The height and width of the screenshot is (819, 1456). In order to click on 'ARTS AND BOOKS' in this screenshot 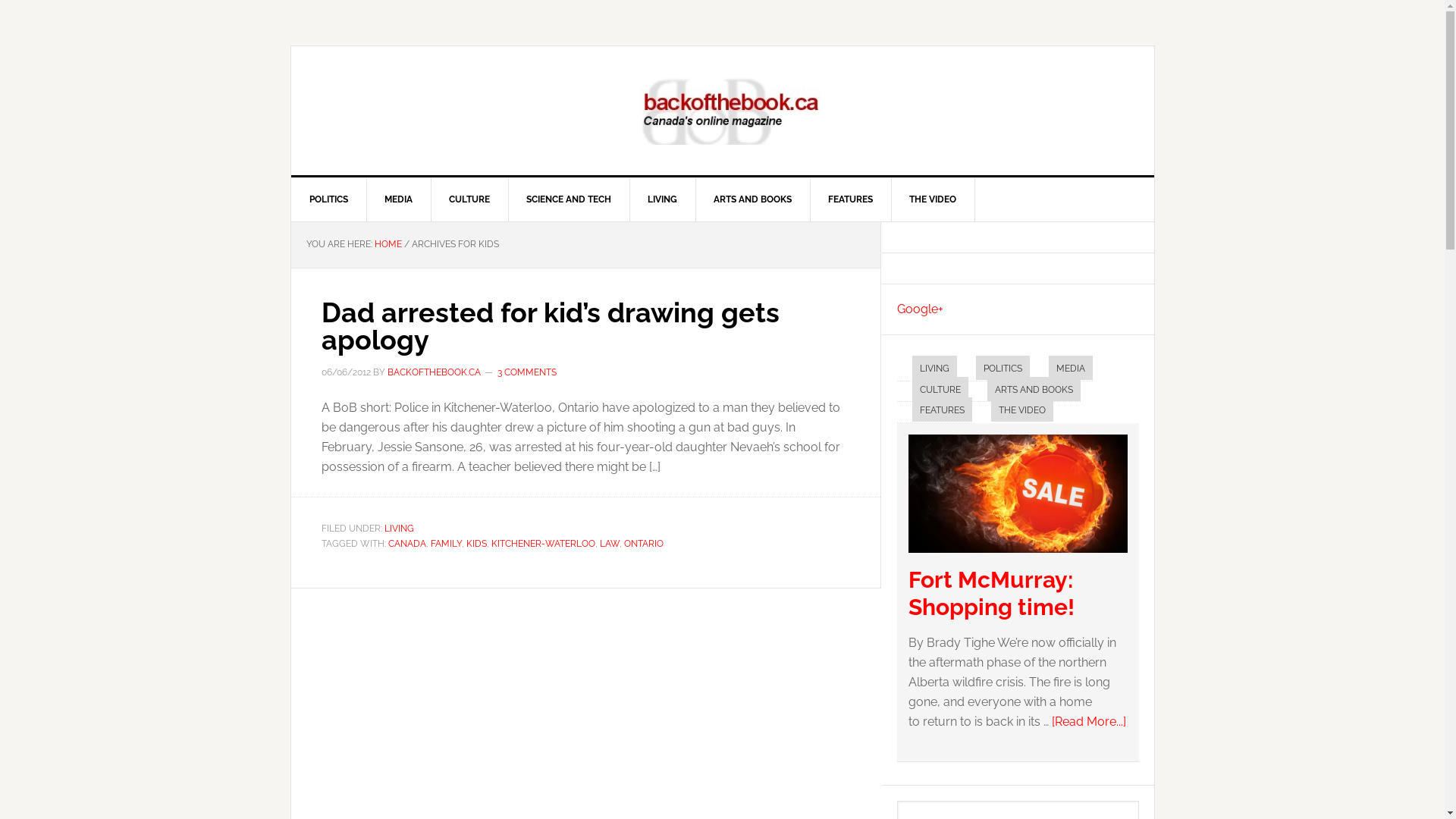, I will do `click(1033, 388)`.